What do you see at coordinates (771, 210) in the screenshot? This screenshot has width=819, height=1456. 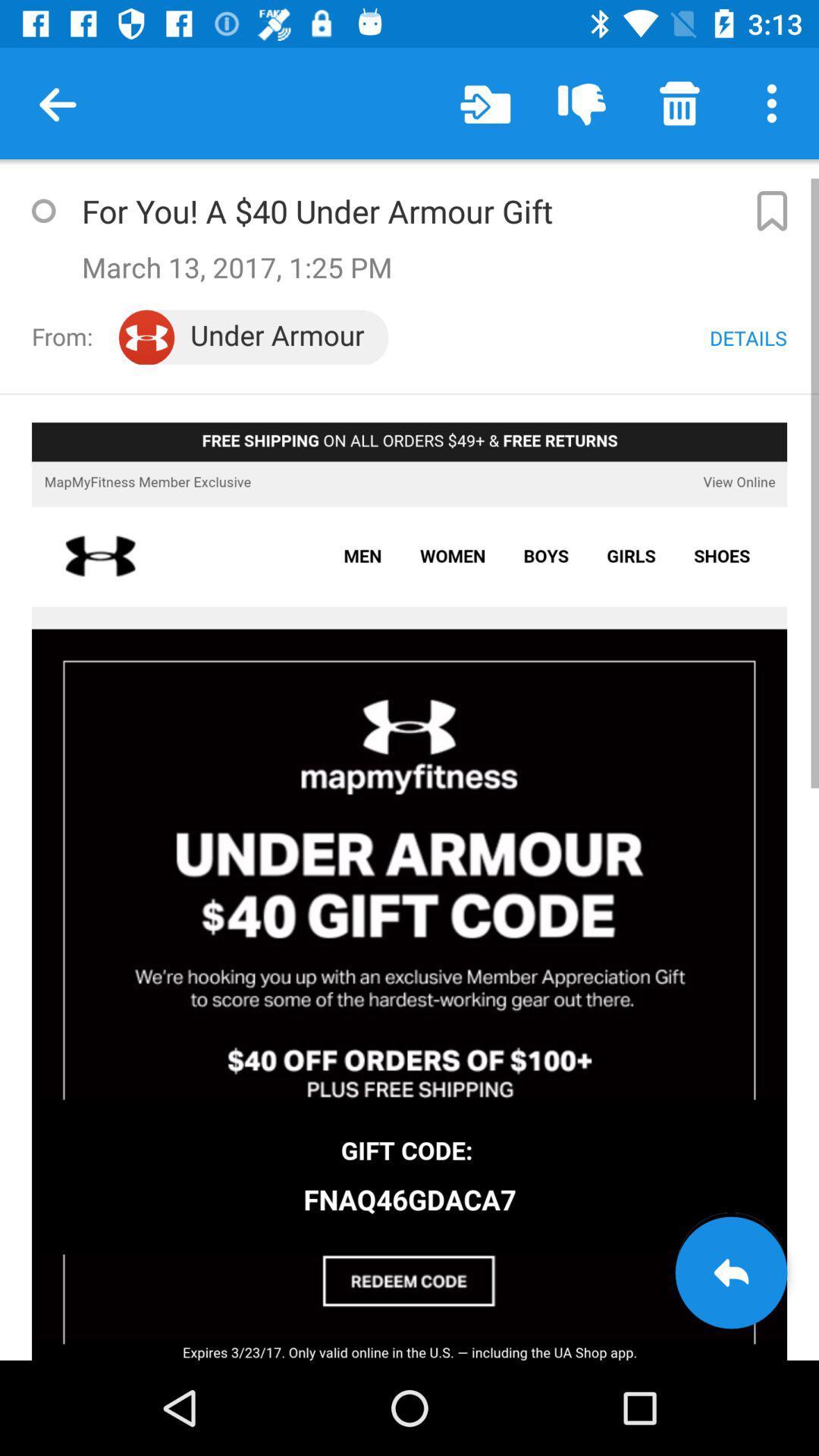 I see `to bookmarks` at bounding box center [771, 210].